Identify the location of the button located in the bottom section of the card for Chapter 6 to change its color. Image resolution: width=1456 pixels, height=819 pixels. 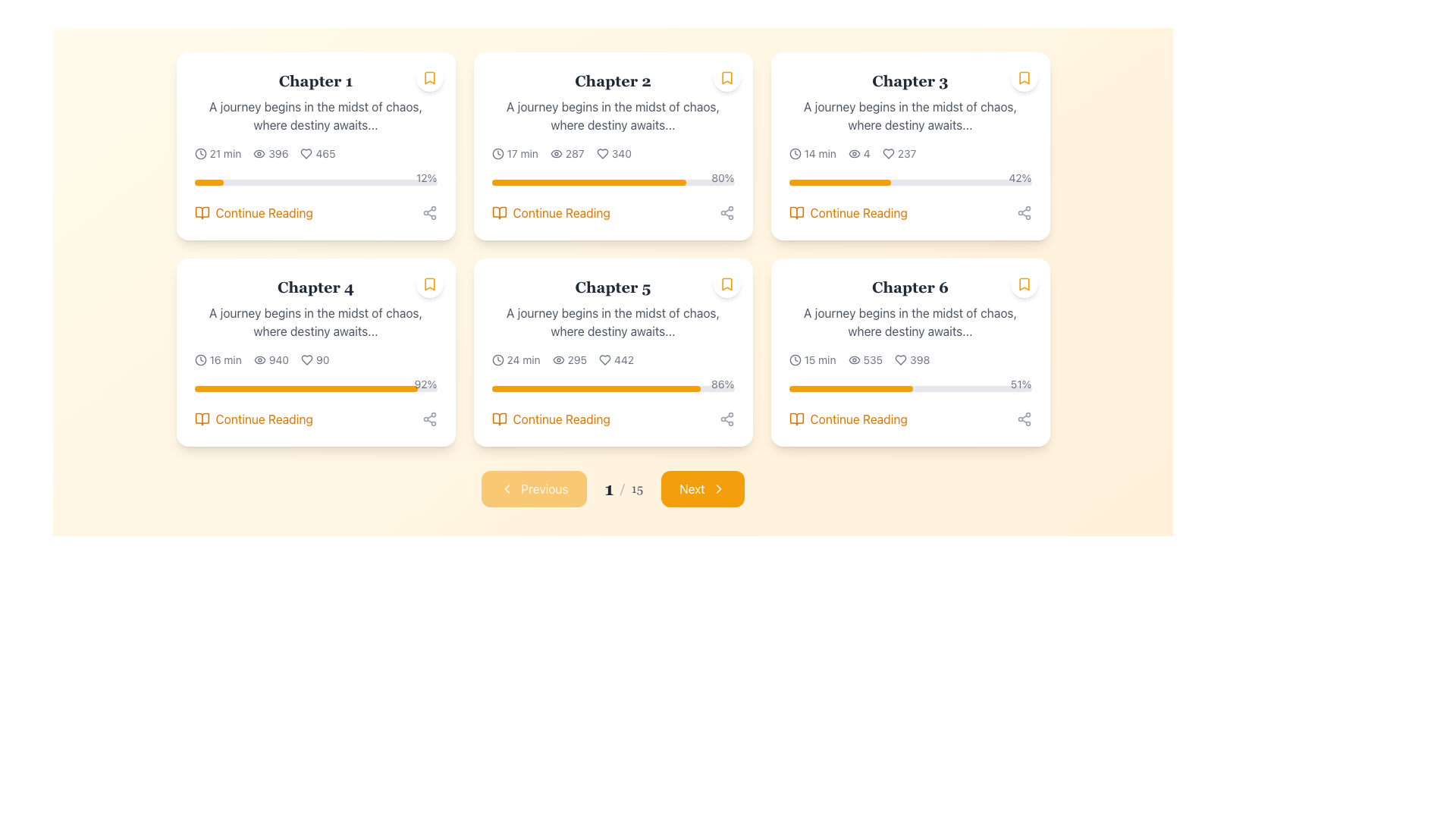
(847, 419).